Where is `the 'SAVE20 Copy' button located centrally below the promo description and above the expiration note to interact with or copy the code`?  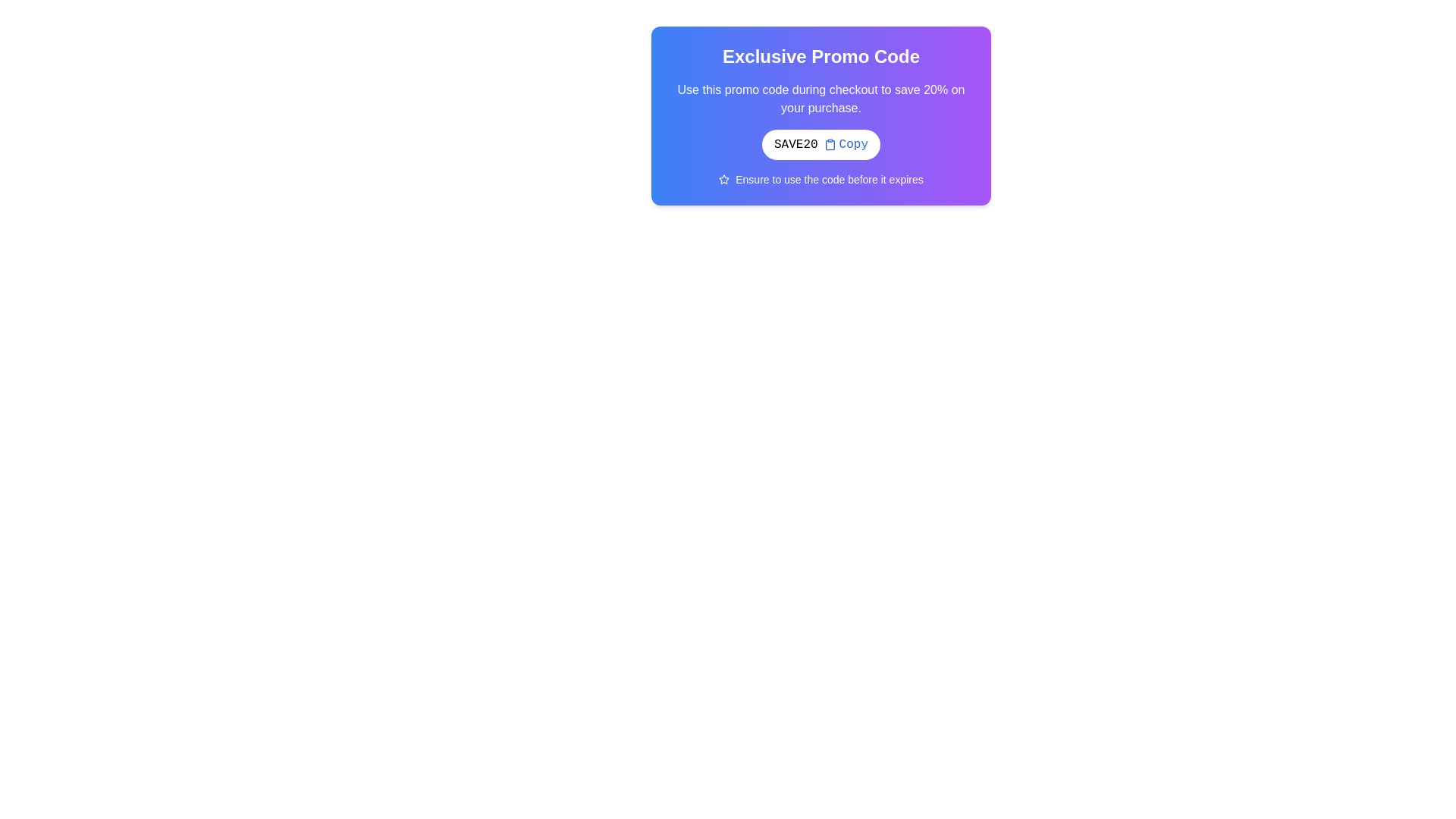
the 'SAVE20 Copy' button located centrally below the promo description and above the expiration note to interact with or copy the code is located at coordinates (821, 145).